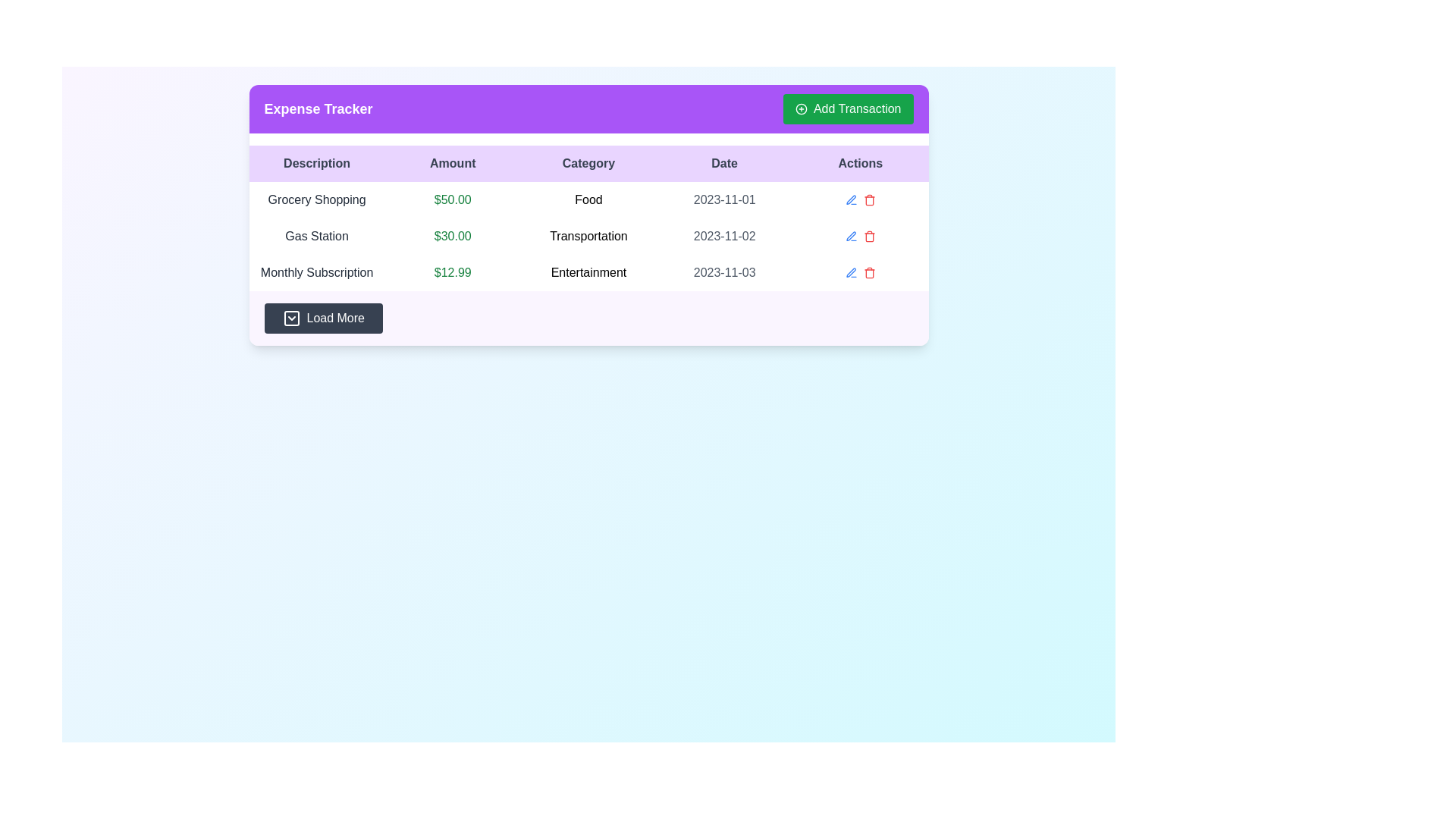 The width and height of the screenshot is (1456, 819). I want to click on the background frame of the dropdown icon within the 'Load More' button, so click(291, 318).